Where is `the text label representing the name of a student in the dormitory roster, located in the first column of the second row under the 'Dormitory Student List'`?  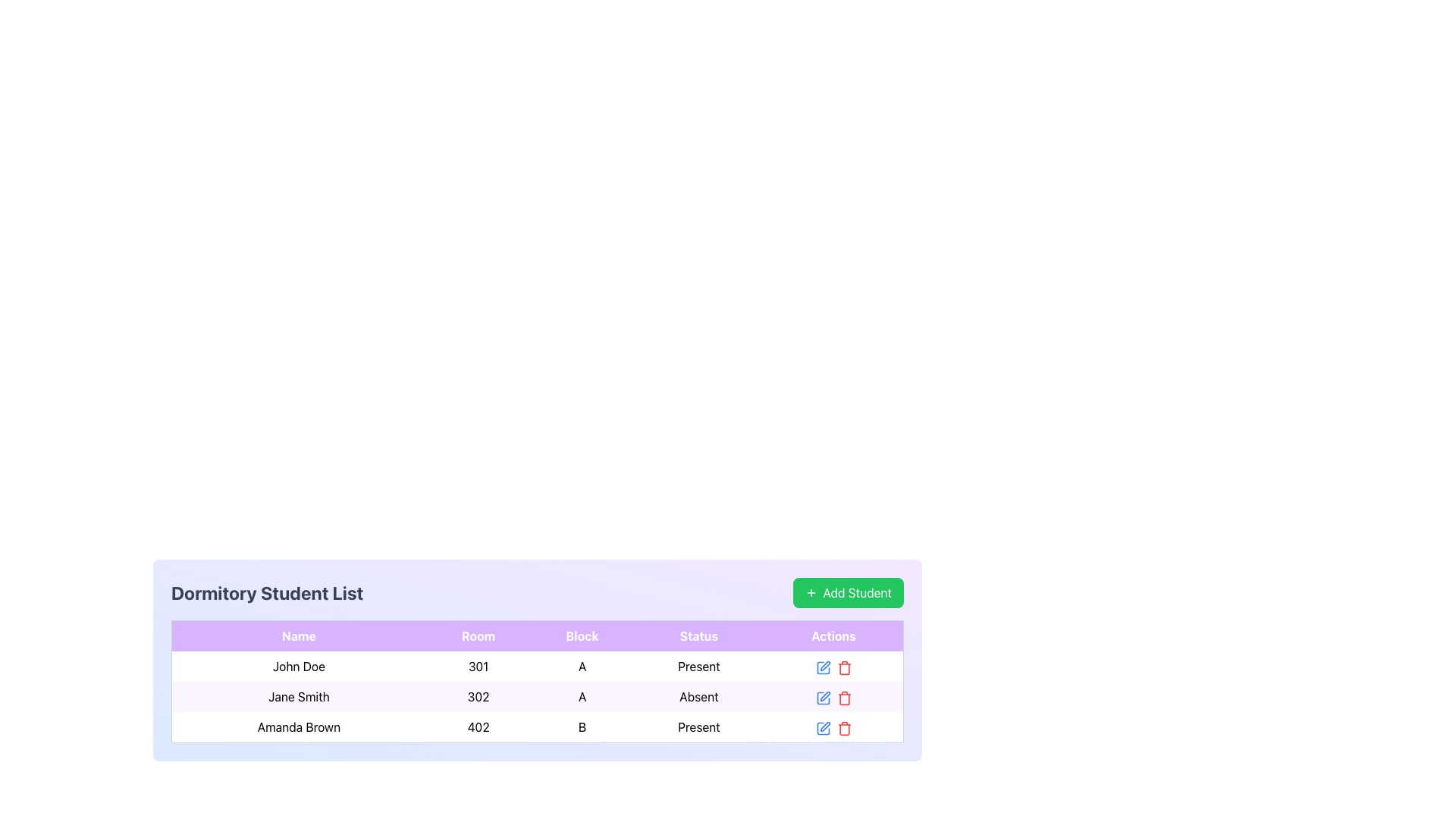 the text label representing the name of a student in the dormitory roster, located in the first column of the second row under the 'Dormitory Student List' is located at coordinates (299, 696).